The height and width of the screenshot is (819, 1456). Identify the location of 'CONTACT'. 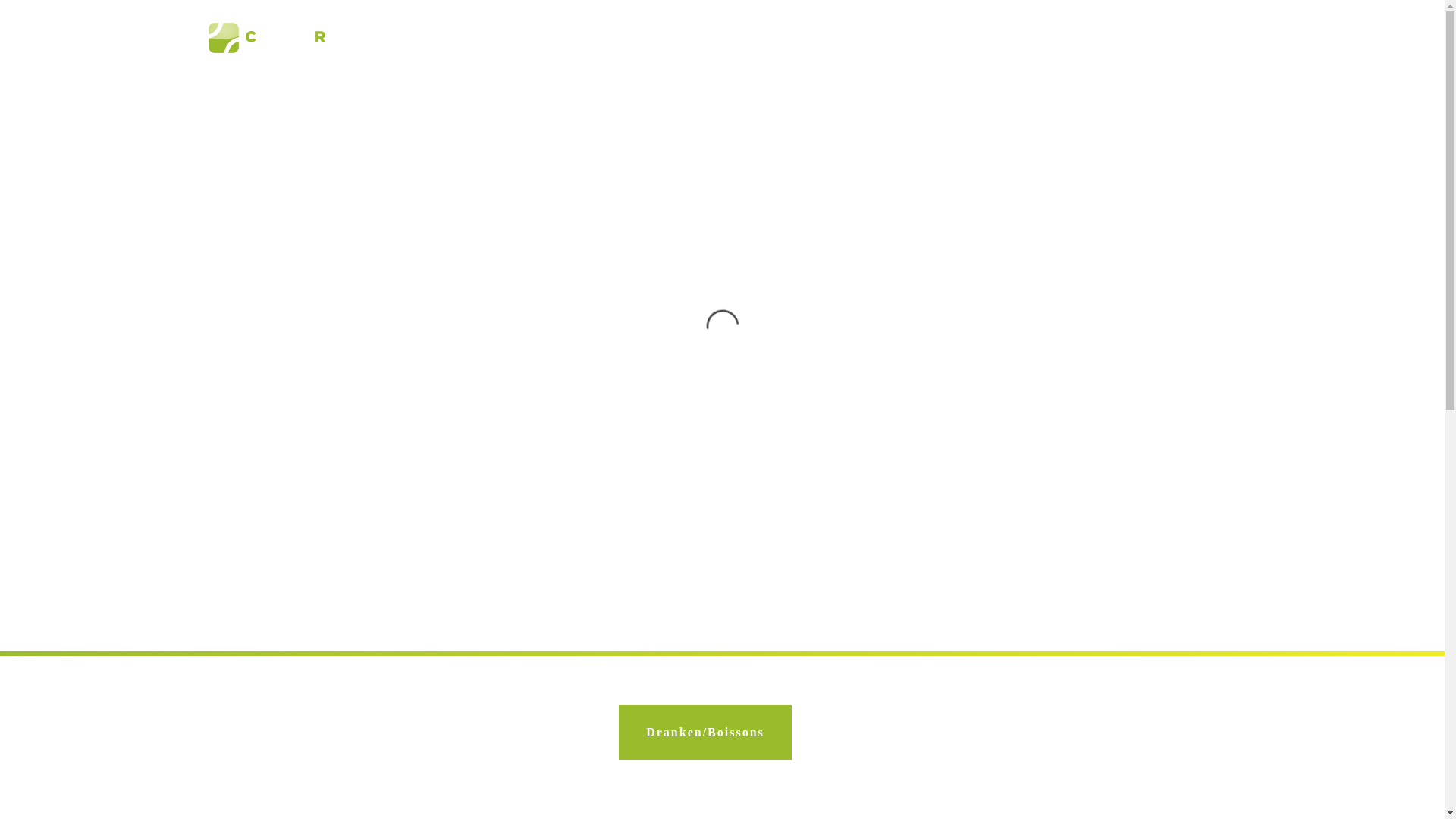
(1191, 37).